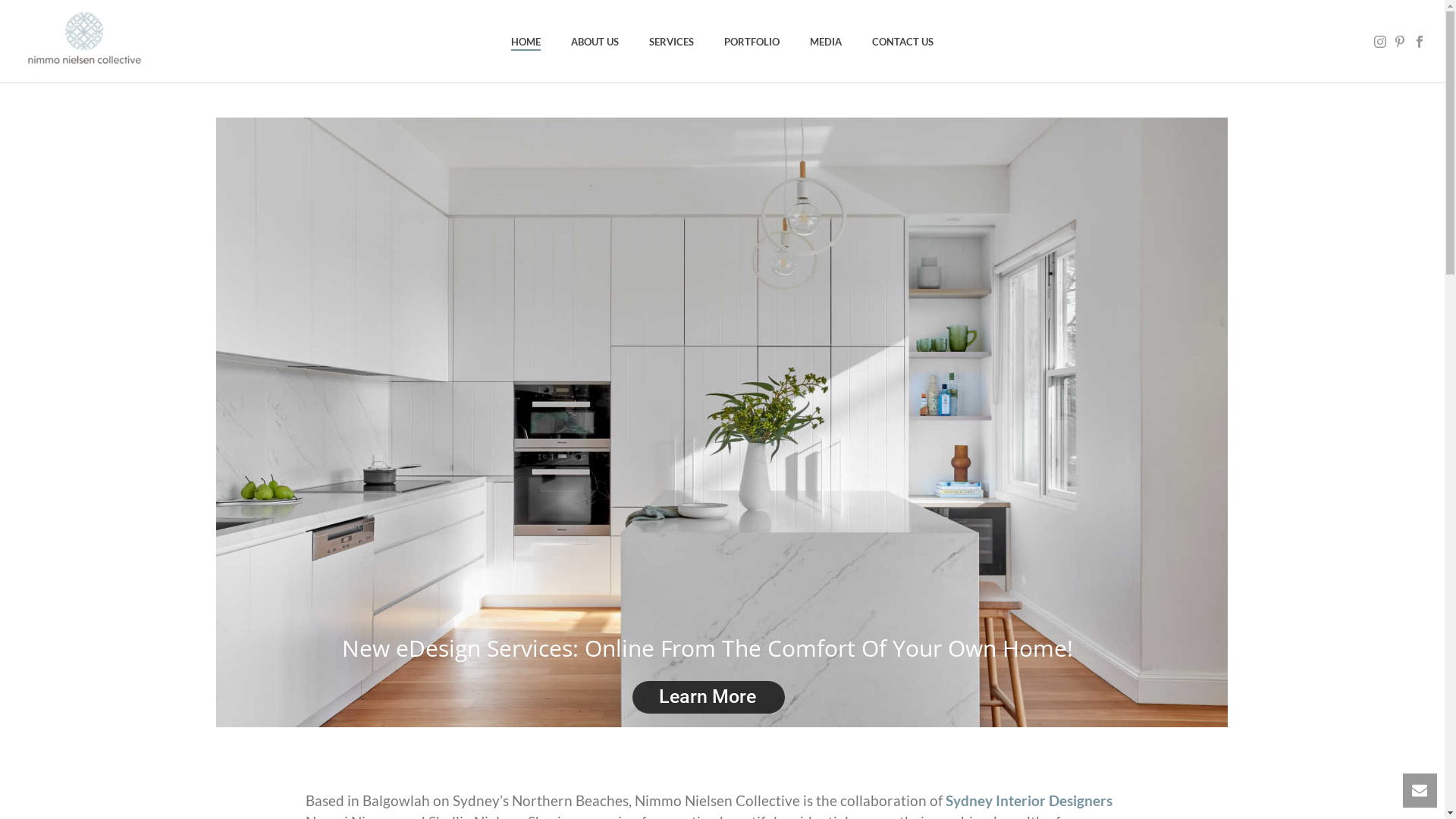 The height and width of the screenshot is (819, 1456). I want to click on 'CONTACT US', so click(902, 40).